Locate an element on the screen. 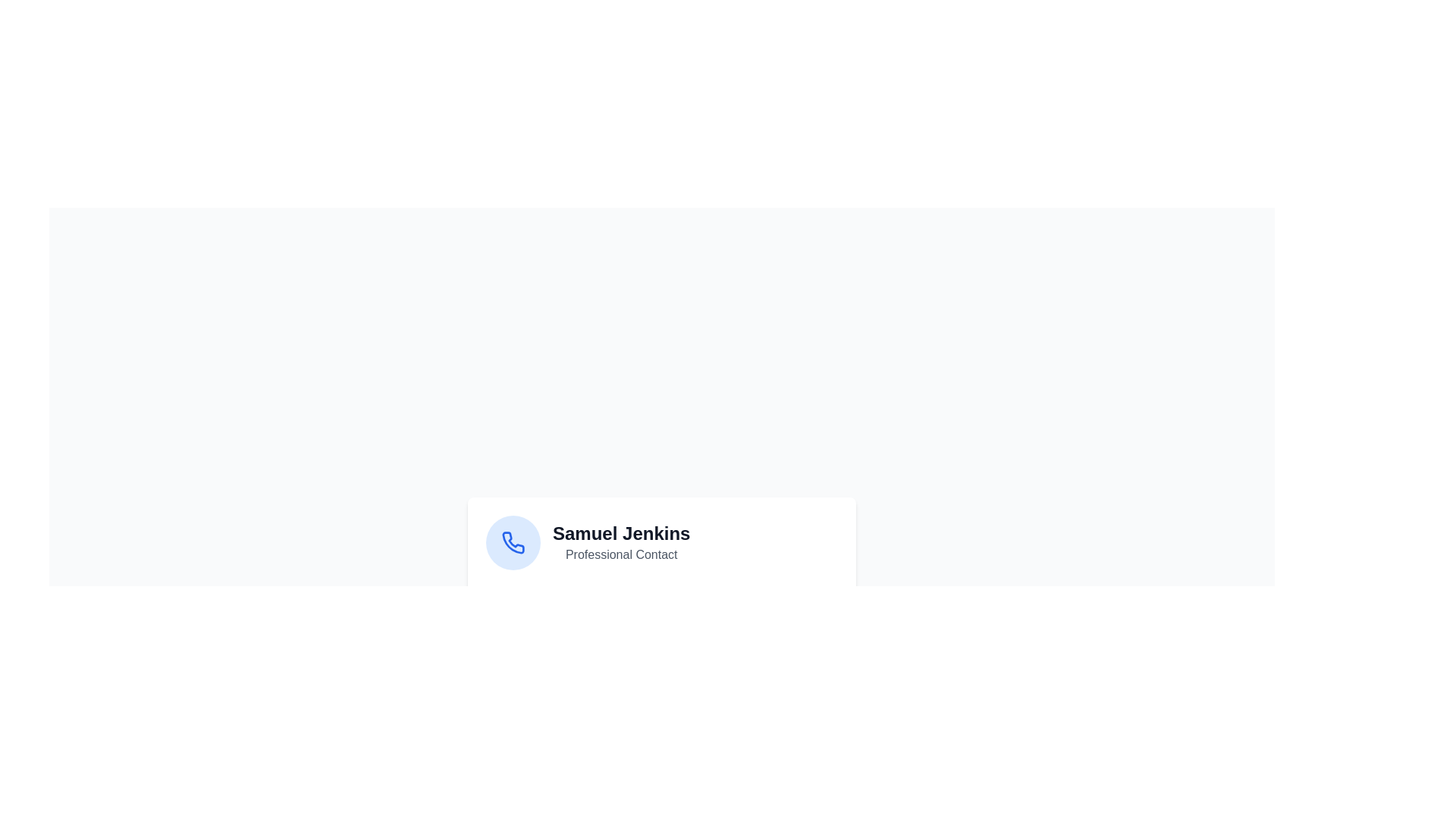 This screenshot has width=1456, height=819. the blue outlined phone icon within the light blue circular background to initiate a call or view contact details is located at coordinates (513, 542).